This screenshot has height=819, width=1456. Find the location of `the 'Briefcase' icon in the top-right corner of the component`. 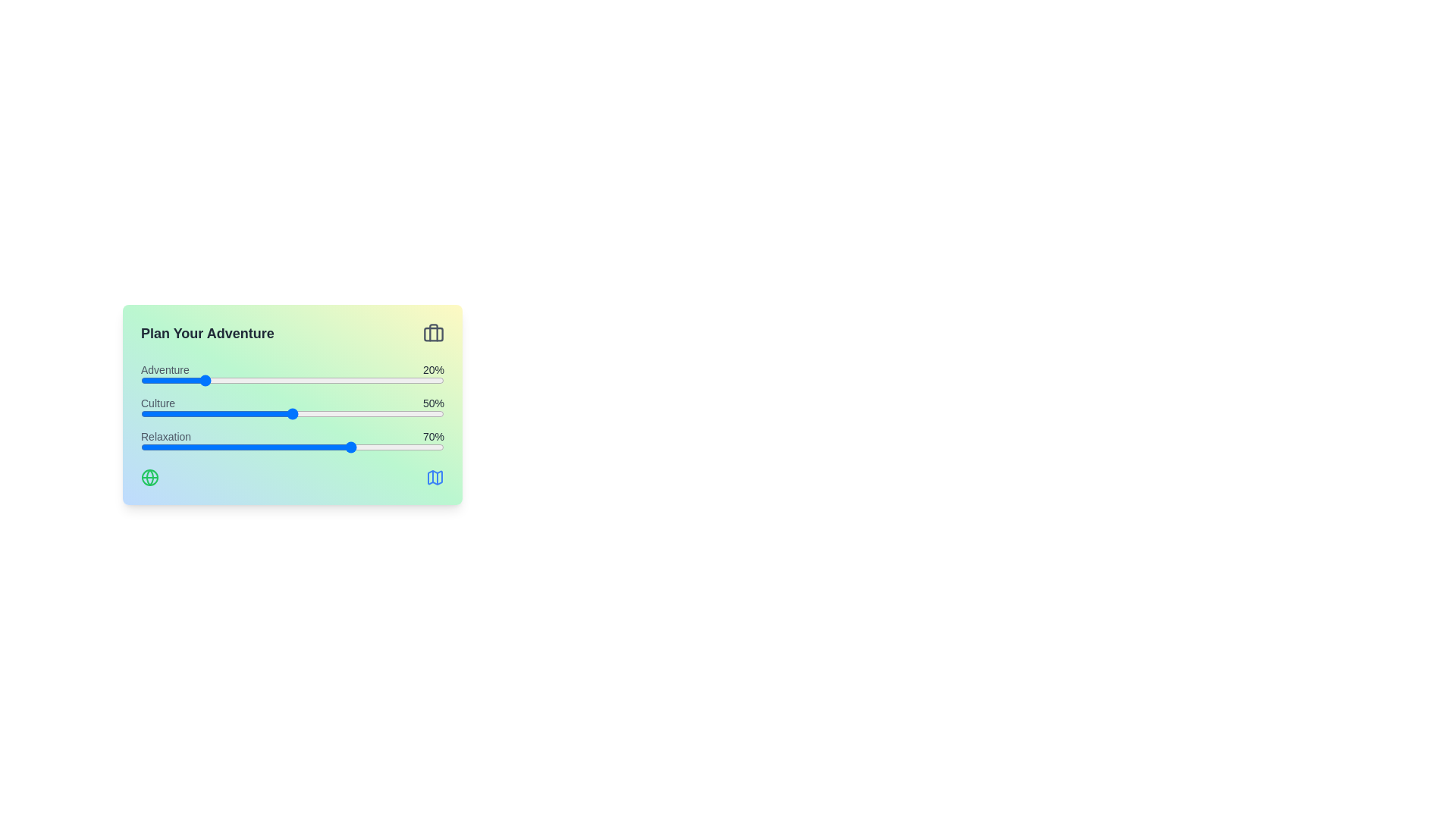

the 'Briefcase' icon in the top-right corner of the component is located at coordinates (432, 332).